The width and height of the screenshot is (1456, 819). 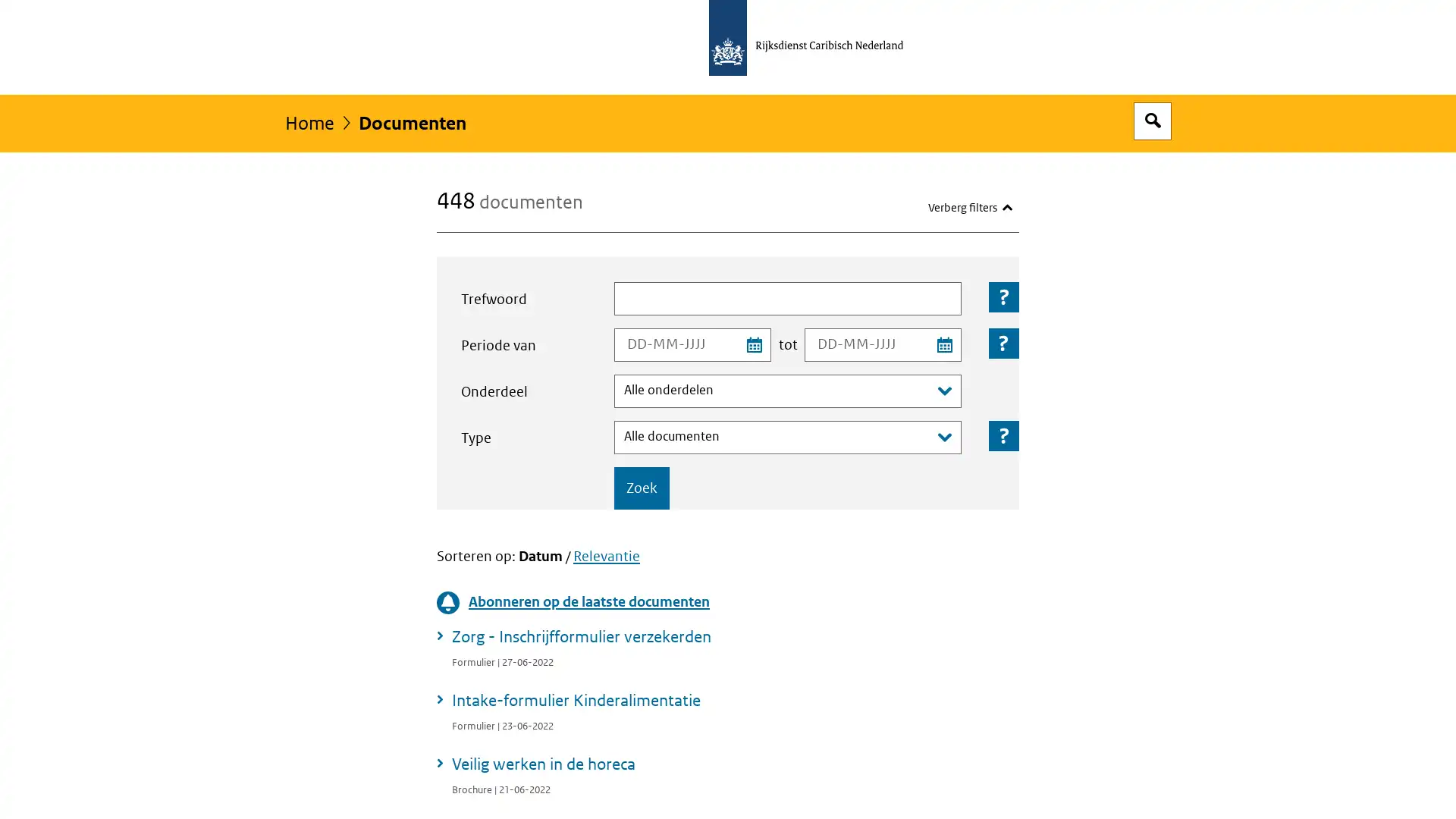 What do you see at coordinates (1004, 435) in the screenshot?
I see `Toelichting bij het veld: Type` at bounding box center [1004, 435].